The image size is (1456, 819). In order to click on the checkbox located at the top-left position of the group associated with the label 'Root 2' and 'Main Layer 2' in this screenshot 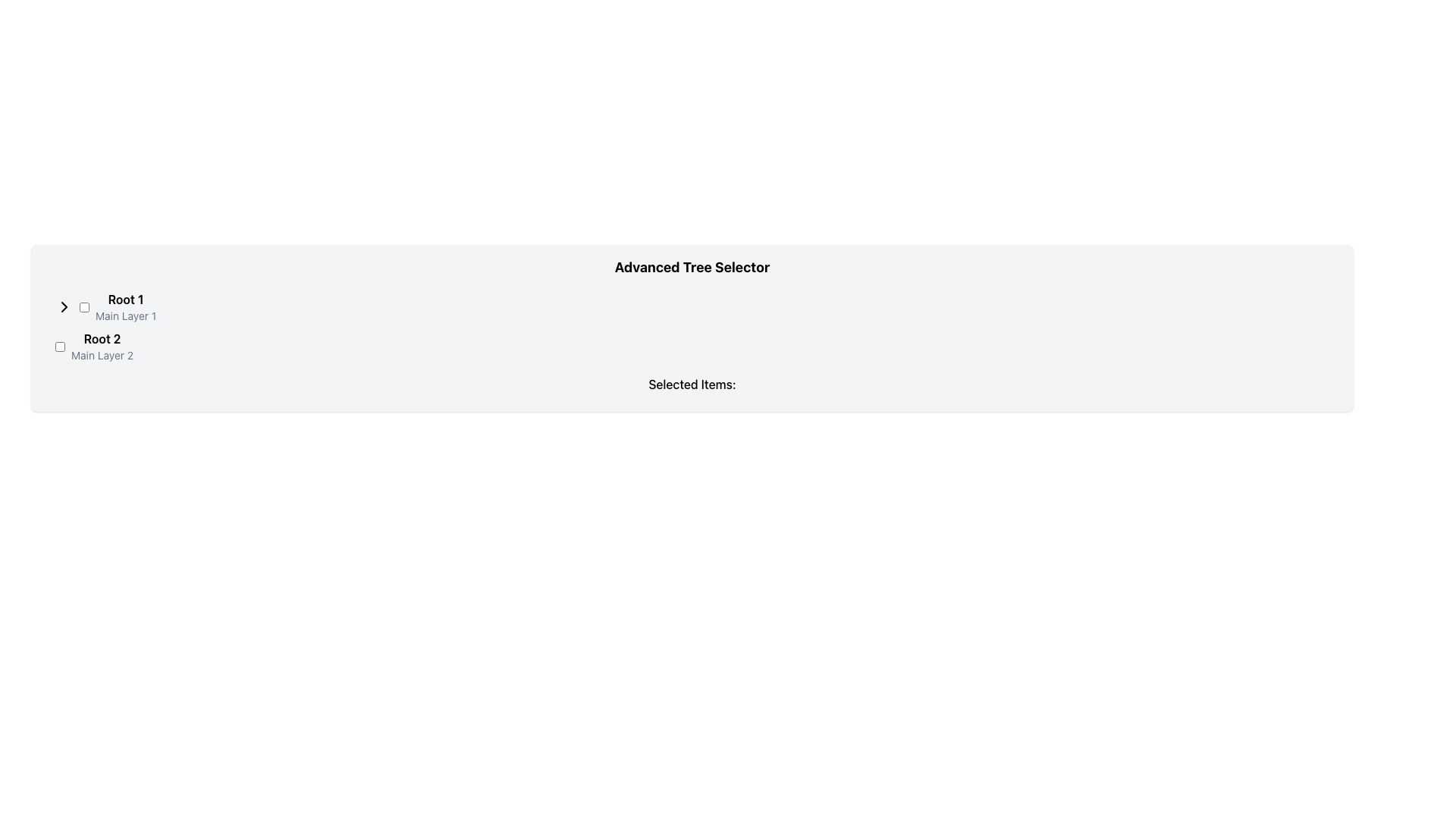, I will do `click(60, 346)`.